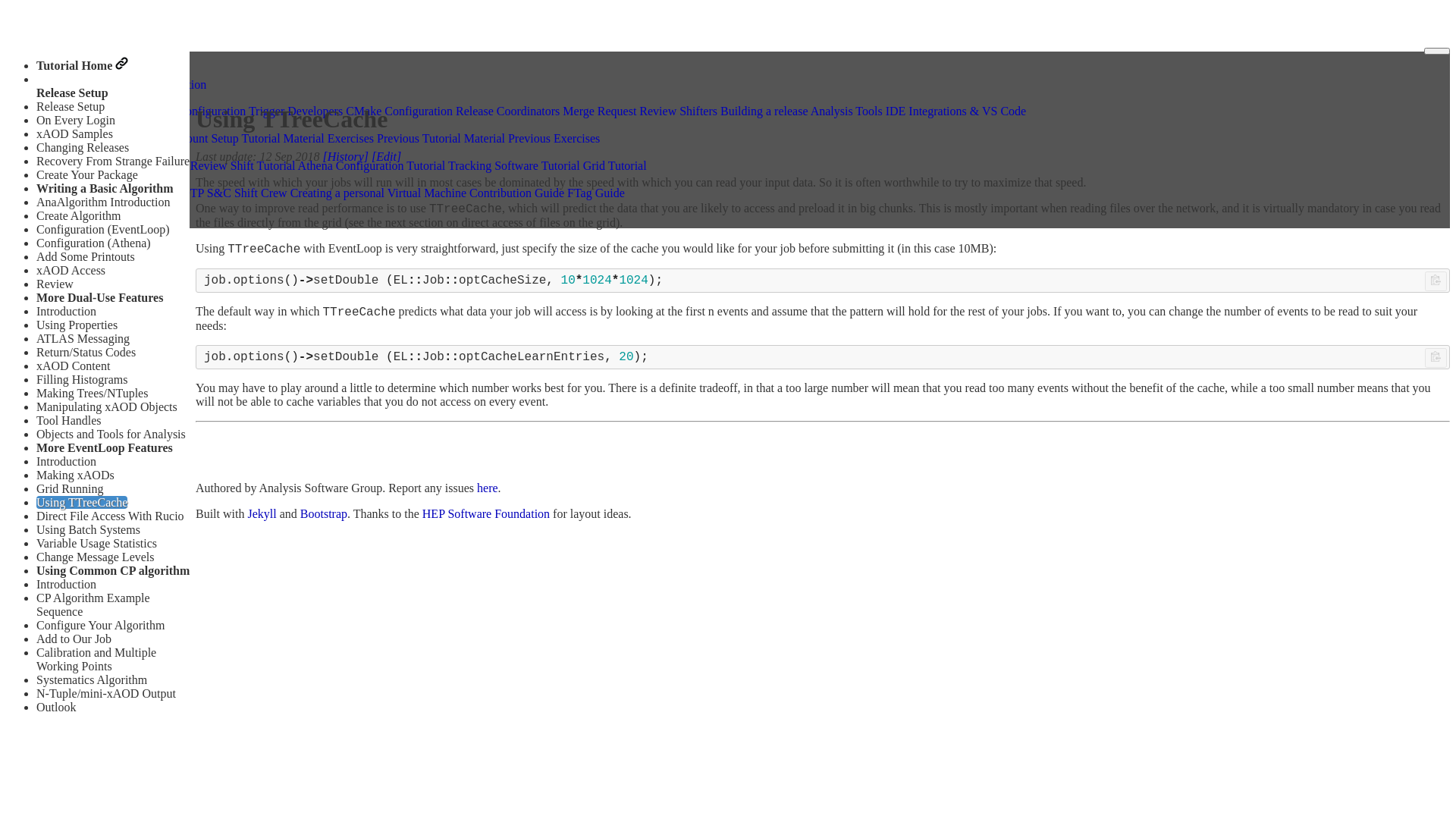  Describe the element at coordinates (80, 152) in the screenshot. I see `'Other Tutorials'` at that location.